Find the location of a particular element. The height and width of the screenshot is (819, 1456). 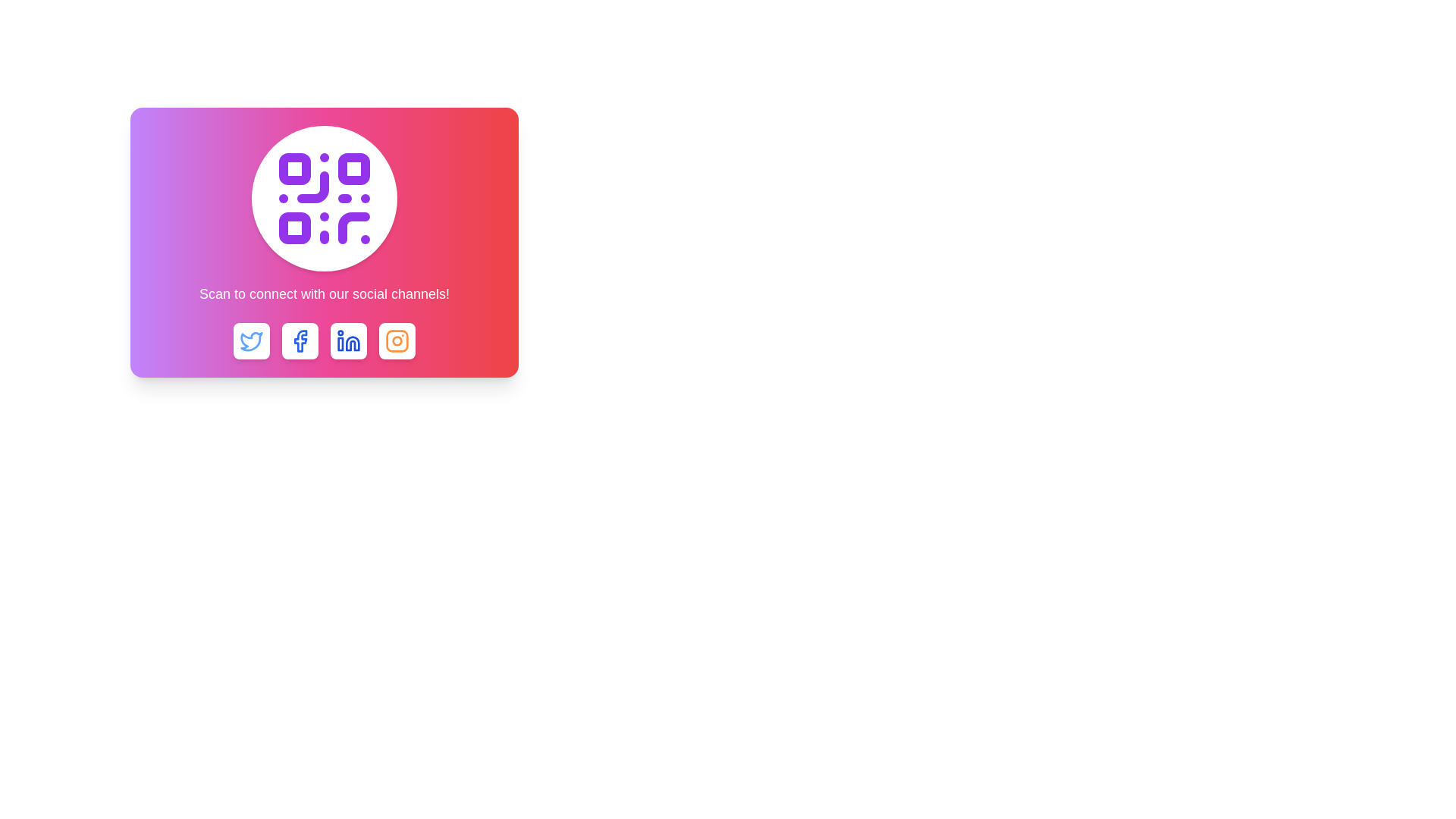

the QR code icon, which is a purple icon within a circular white area, to initiate scanning with a mobile device is located at coordinates (323, 198).